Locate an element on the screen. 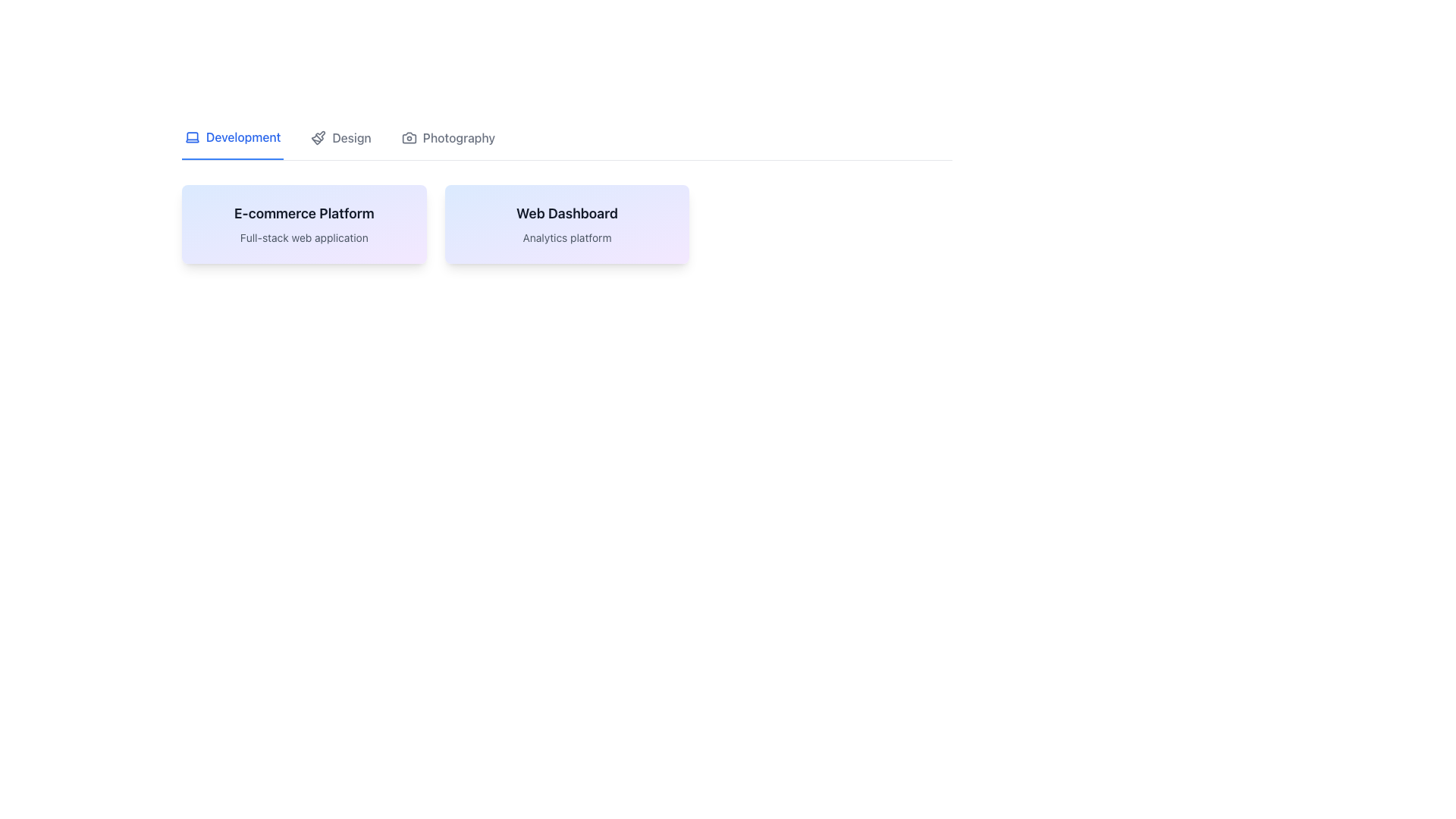 The width and height of the screenshot is (1456, 819). the text label that says 'Analytics platform', which is styled as a secondary label in a smaller font size under the heading 'Web Dashboard' is located at coordinates (566, 237).